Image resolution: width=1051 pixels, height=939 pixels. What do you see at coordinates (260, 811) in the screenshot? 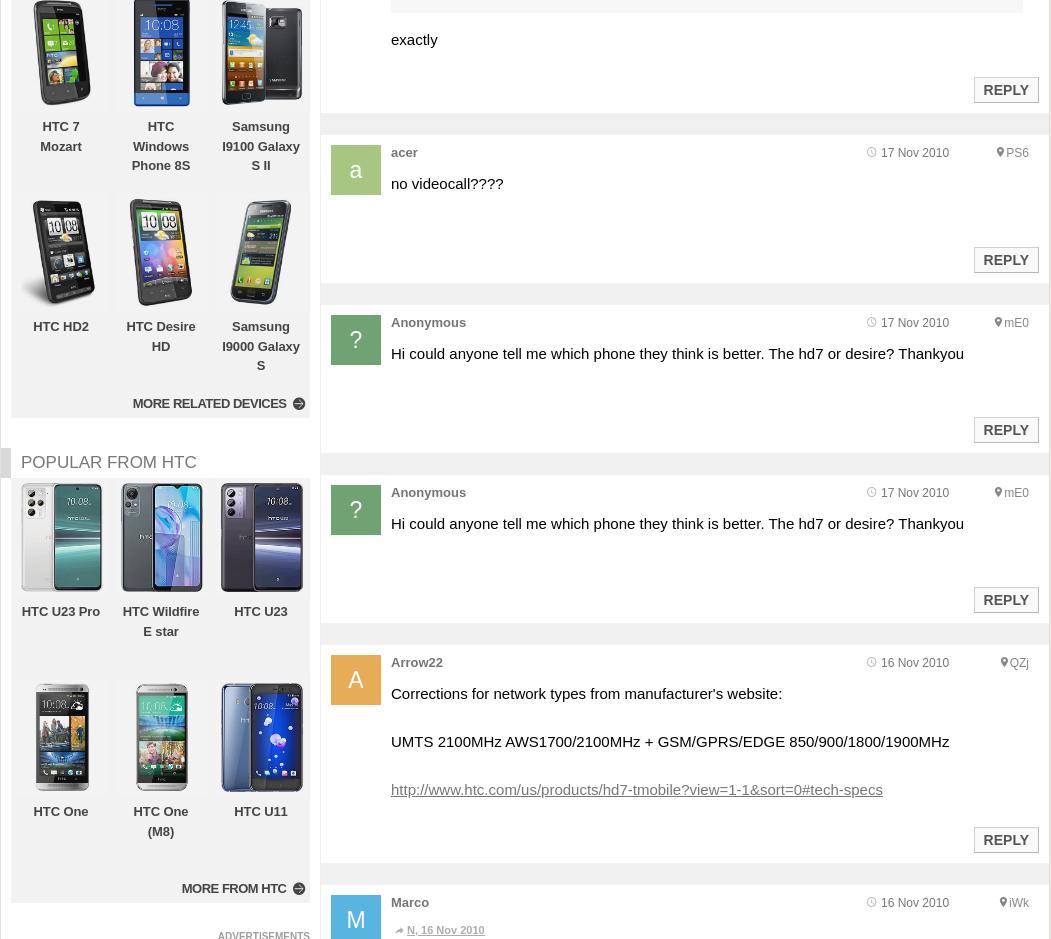
I see `'HTC U11'` at bounding box center [260, 811].